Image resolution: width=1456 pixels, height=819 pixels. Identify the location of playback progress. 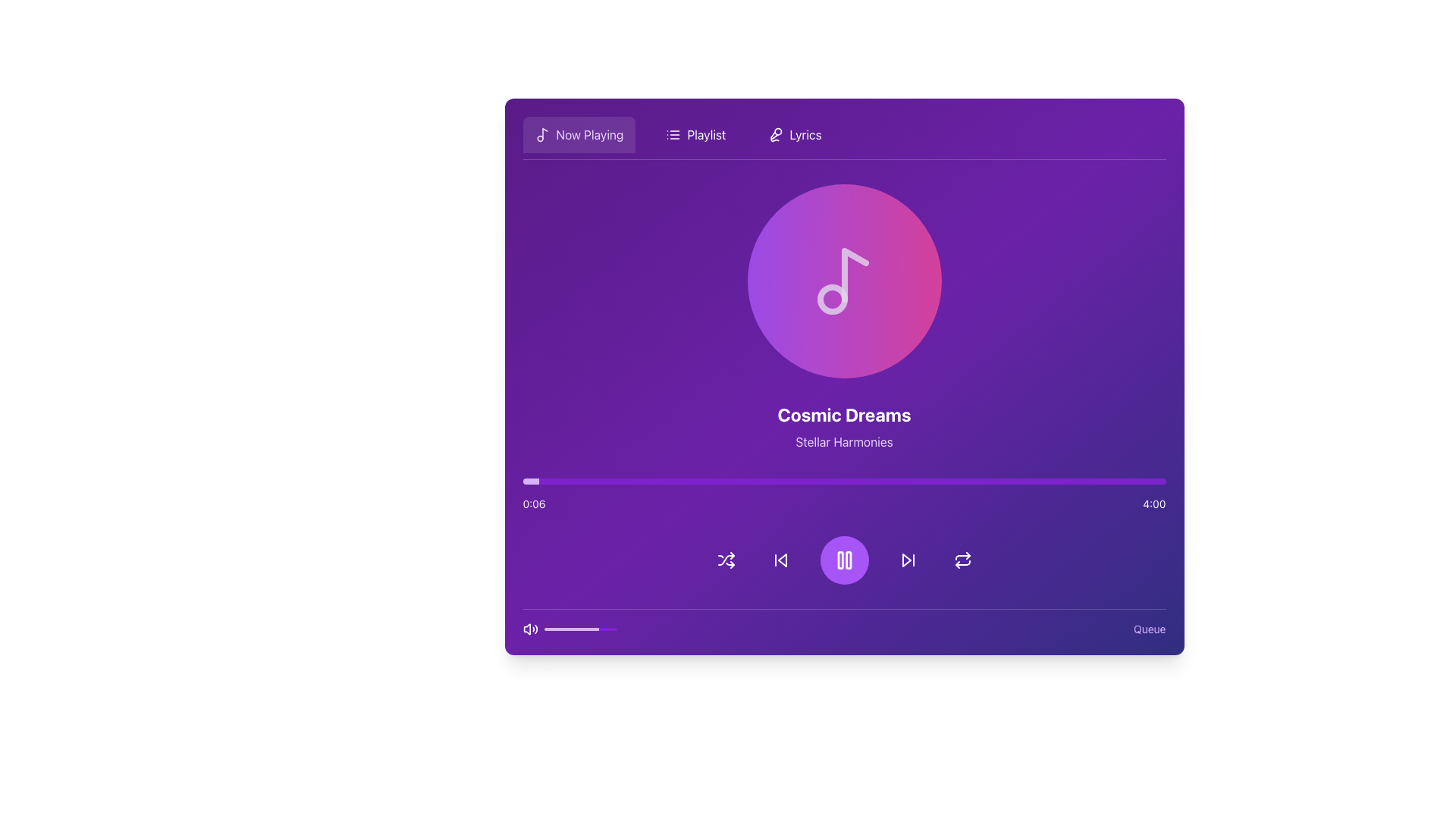
(554, 482).